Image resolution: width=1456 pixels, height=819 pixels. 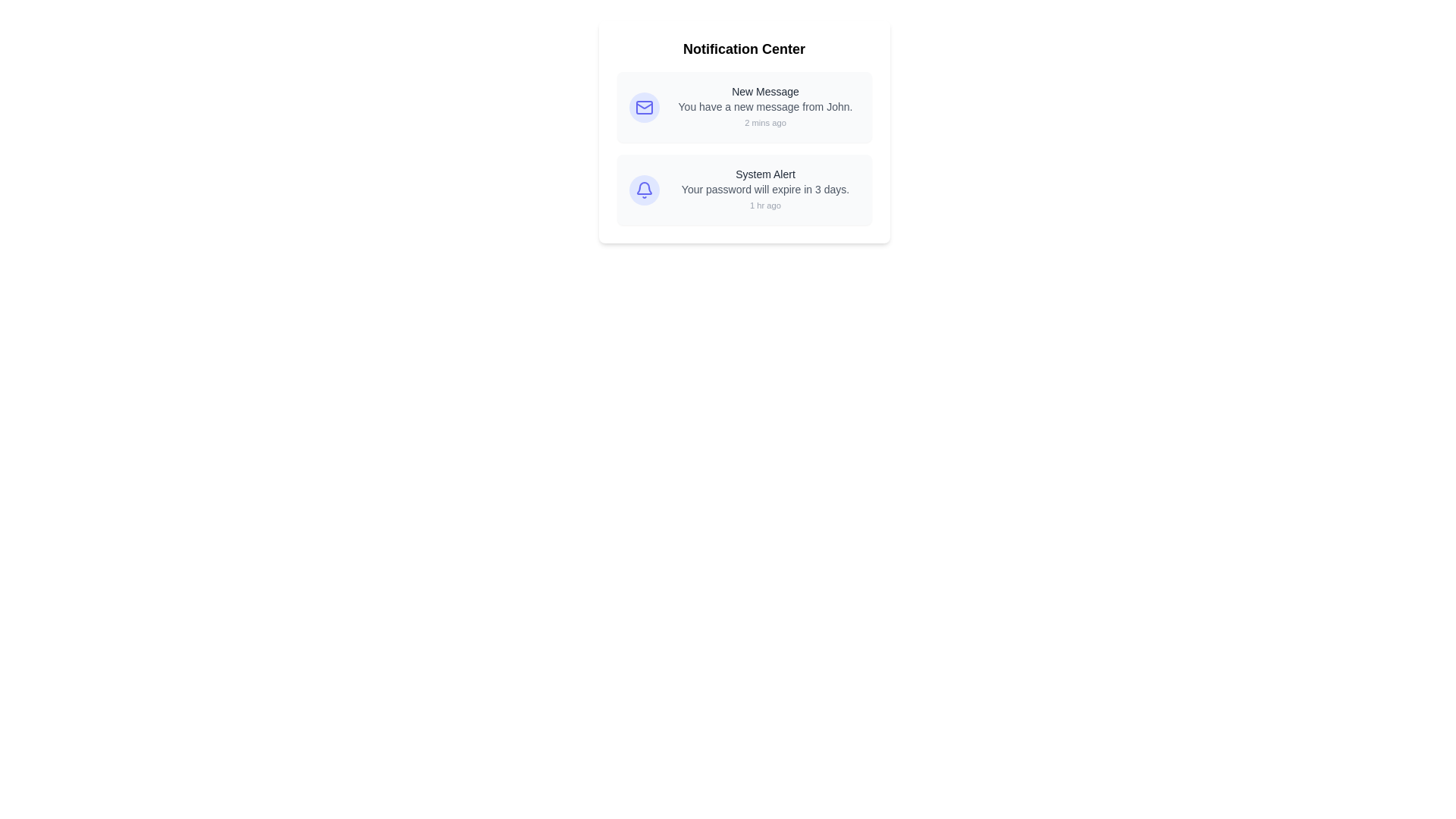 I want to click on text label displaying '1 hr ago', which is a small, light-gray colored snippet located at the bottom-right of the notification message titled 'System Alert', so click(x=765, y=205).